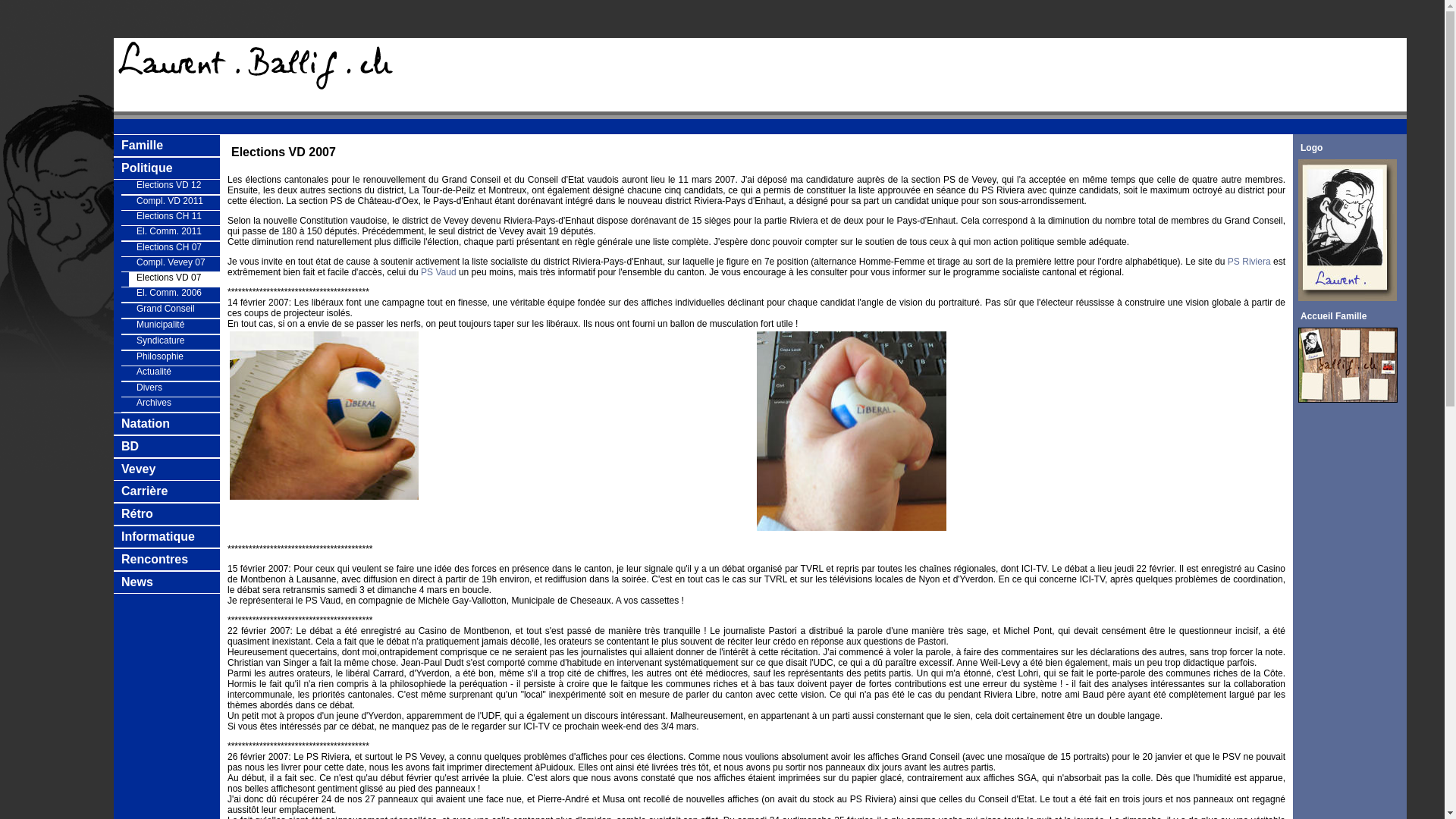 The width and height of the screenshot is (1456, 819). I want to click on 'El. Comm. 2011', so click(177, 231).